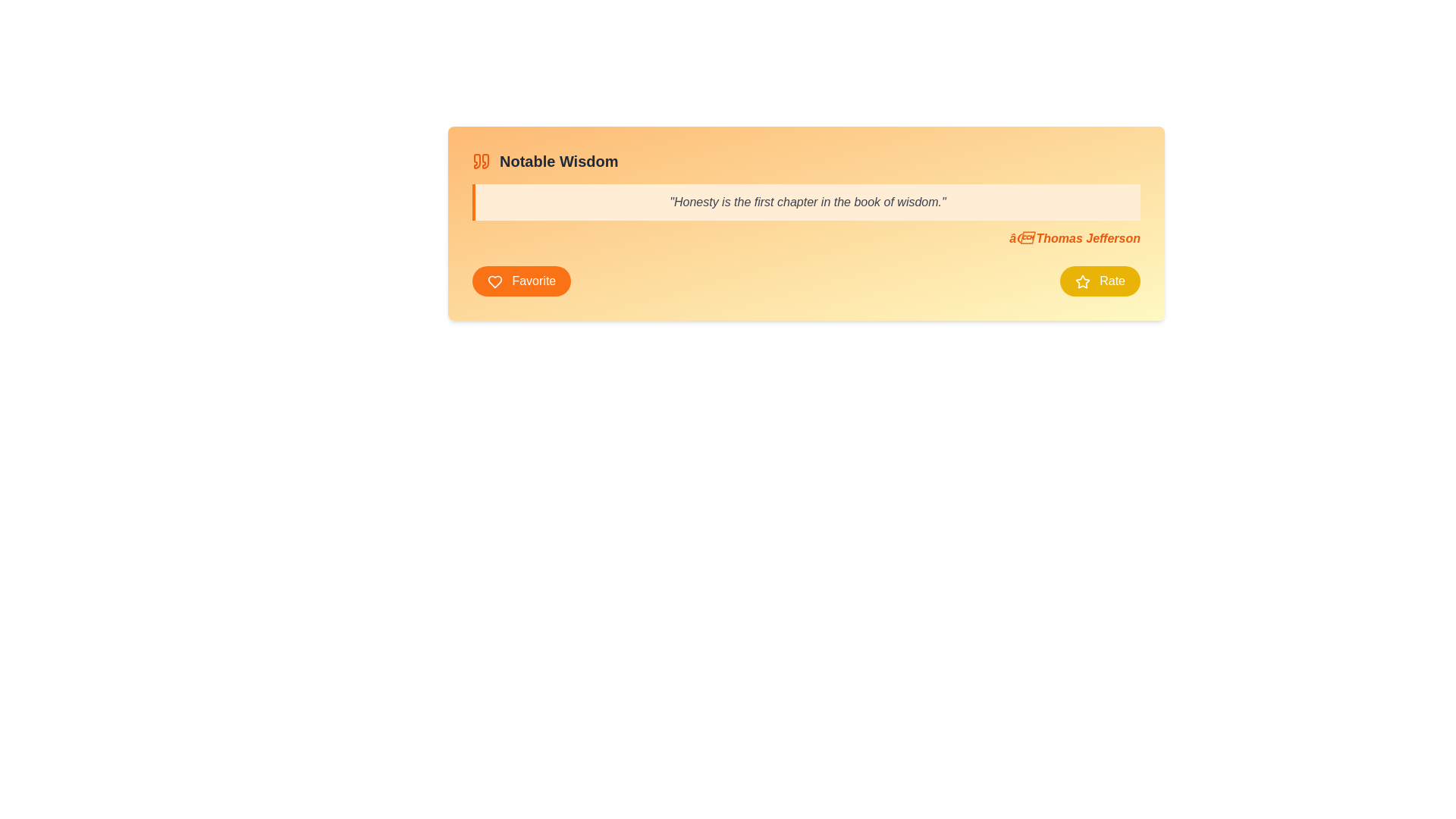 The image size is (1456, 819). What do you see at coordinates (1081, 281) in the screenshot?
I see `the yellow star icon located inside the 'Rate' button at the bottom right corner of the quote card` at bounding box center [1081, 281].